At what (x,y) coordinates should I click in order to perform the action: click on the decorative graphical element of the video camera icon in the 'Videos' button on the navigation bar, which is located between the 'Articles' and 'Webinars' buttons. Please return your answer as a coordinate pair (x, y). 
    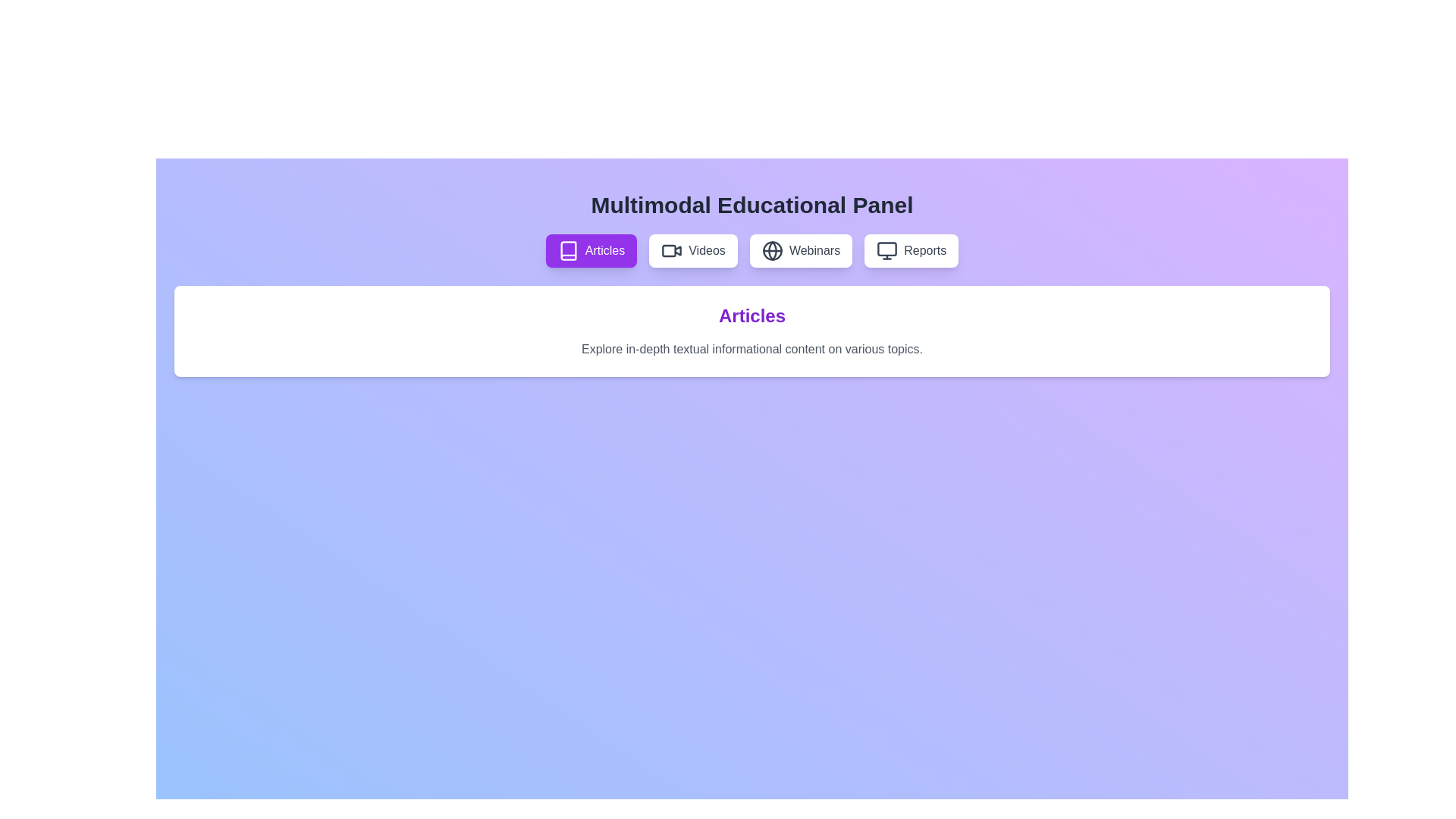
    Looking at the image, I should click on (668, 250).